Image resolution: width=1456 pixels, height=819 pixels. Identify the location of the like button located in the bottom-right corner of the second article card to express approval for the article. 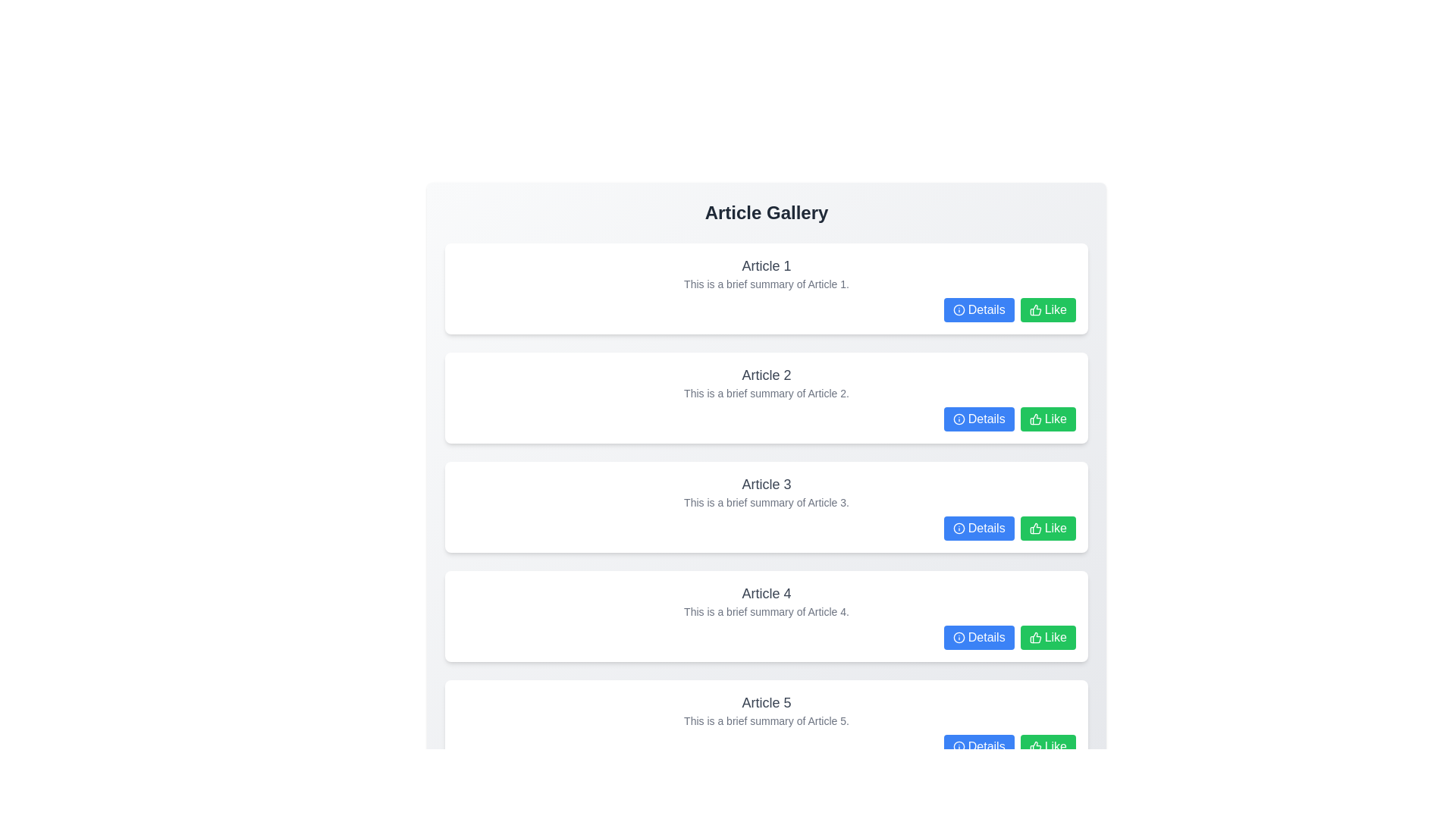
(1047, 419).